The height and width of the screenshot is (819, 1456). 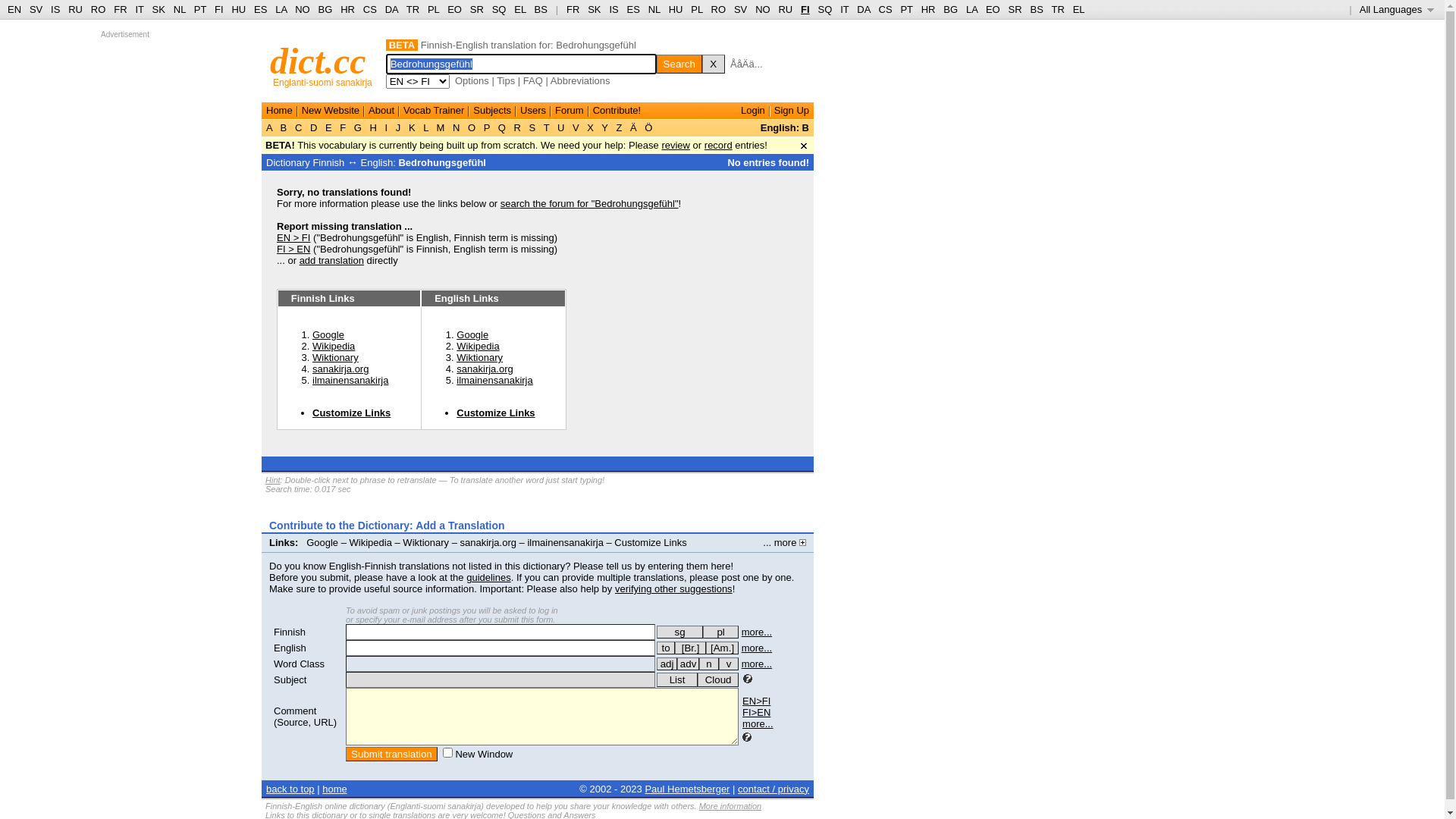 What do you see at coordinates (491, 109) in the screenshot?
I see `'Subjects'` at bounding box center [491, 109].